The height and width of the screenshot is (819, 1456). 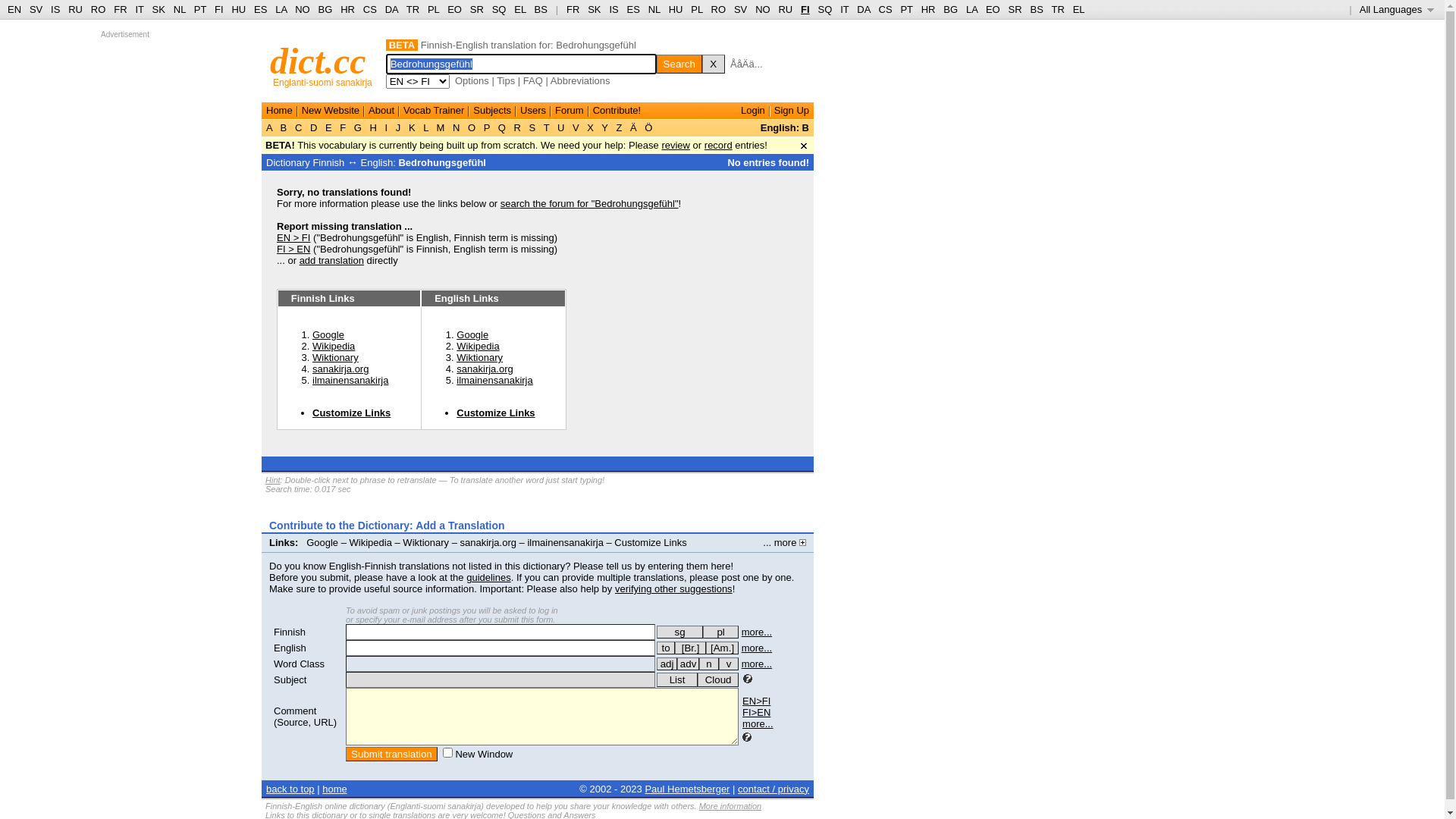 What do you see at coordinates (491, 109) in the screenshot?
I see `'Subjects'` at bounding box center [491, 109].